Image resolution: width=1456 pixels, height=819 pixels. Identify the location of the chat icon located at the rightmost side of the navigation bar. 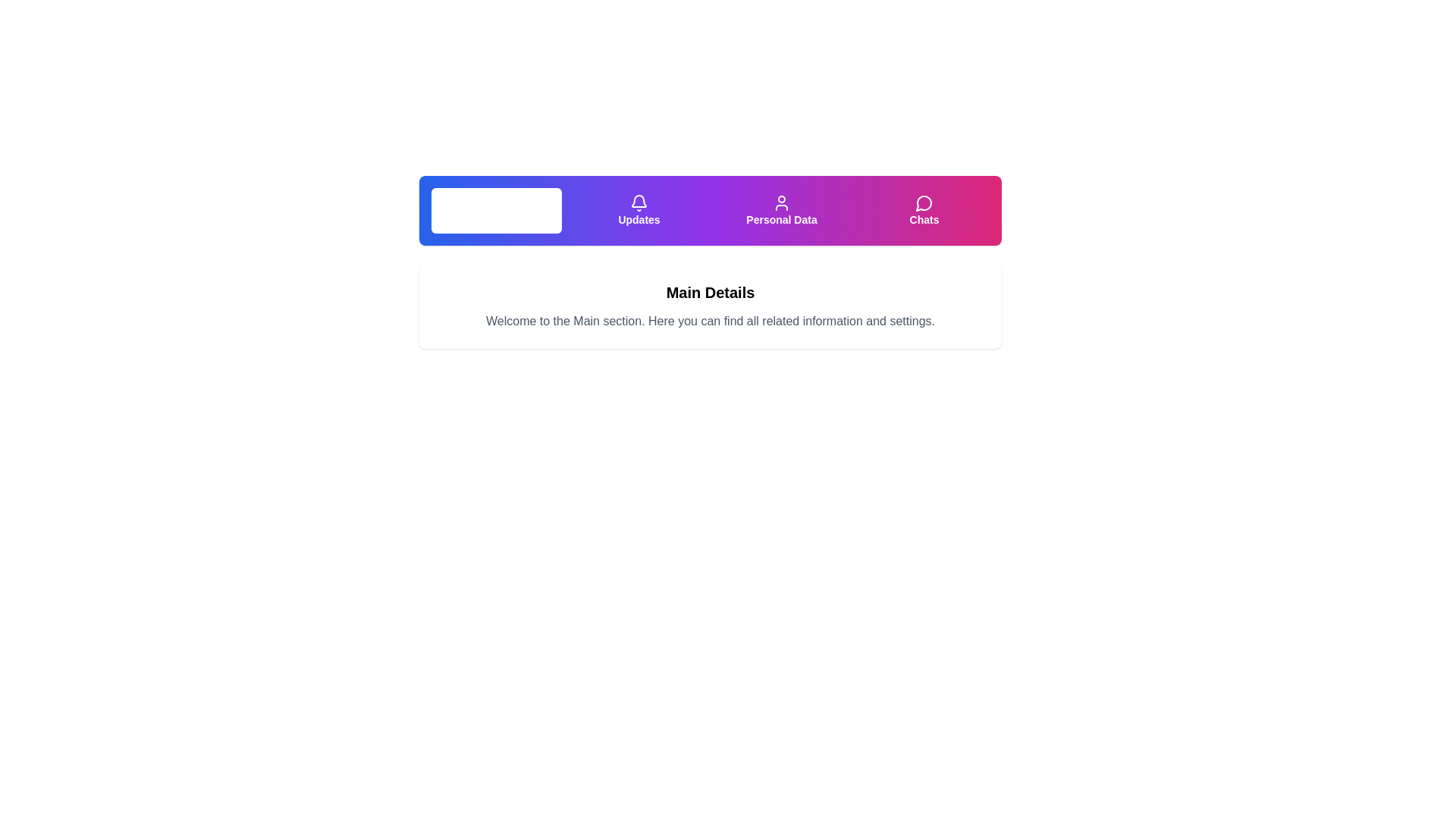
(924, 202).